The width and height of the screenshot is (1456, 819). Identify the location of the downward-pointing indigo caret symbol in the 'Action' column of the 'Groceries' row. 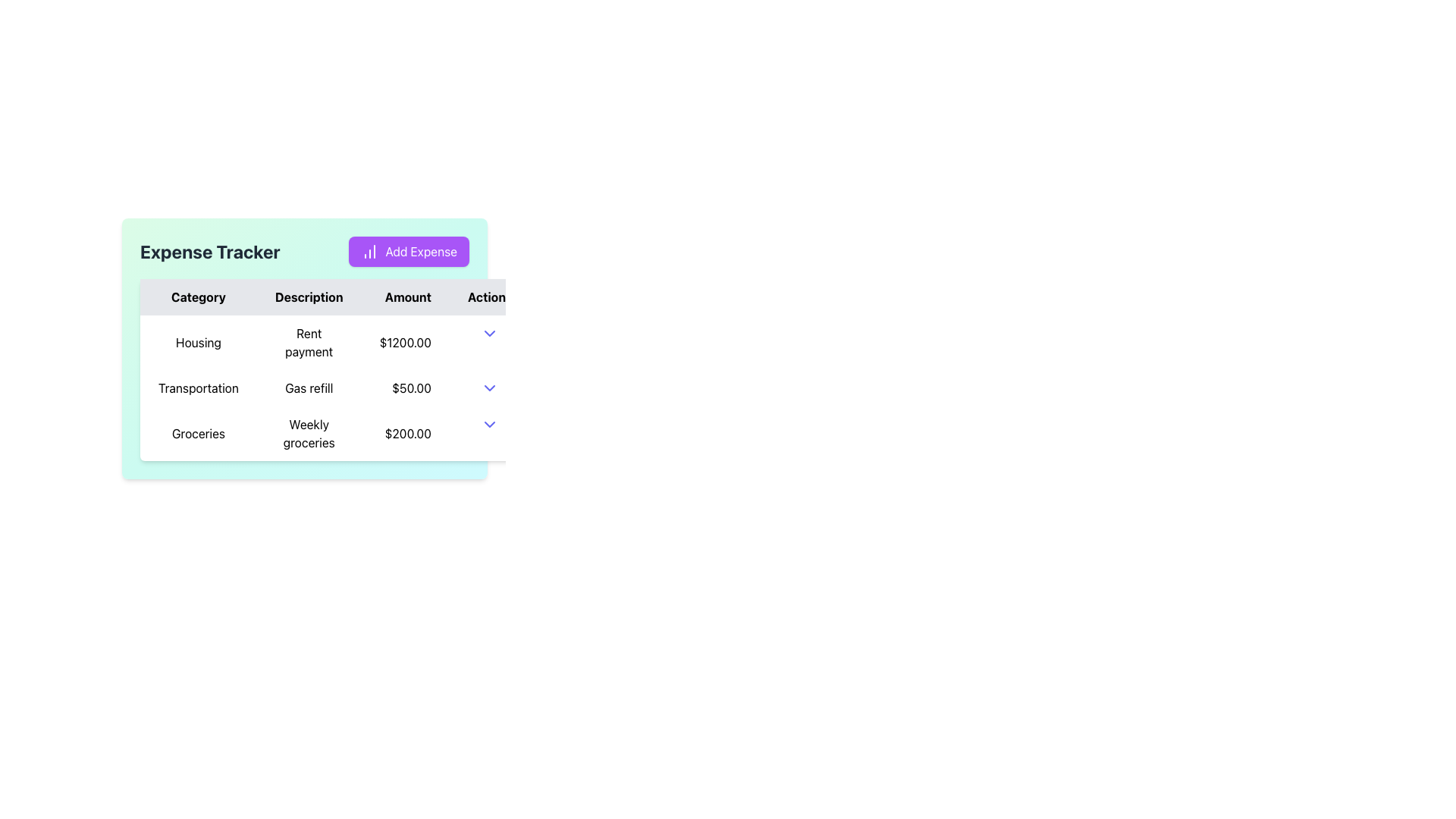
(490, 424).